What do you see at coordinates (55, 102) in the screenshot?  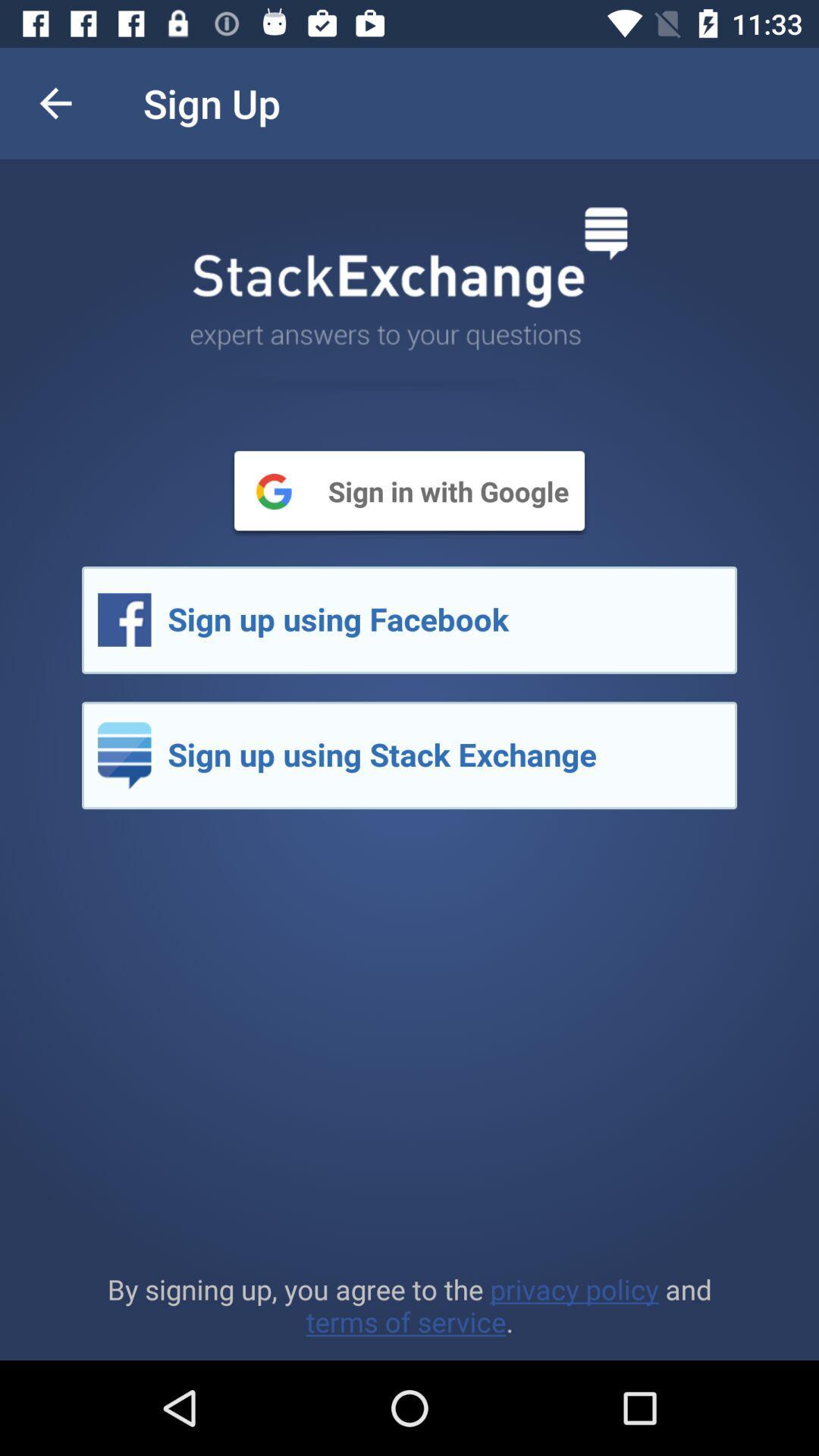 I see `icon next to sign up item` at bounding box center [55, 102].